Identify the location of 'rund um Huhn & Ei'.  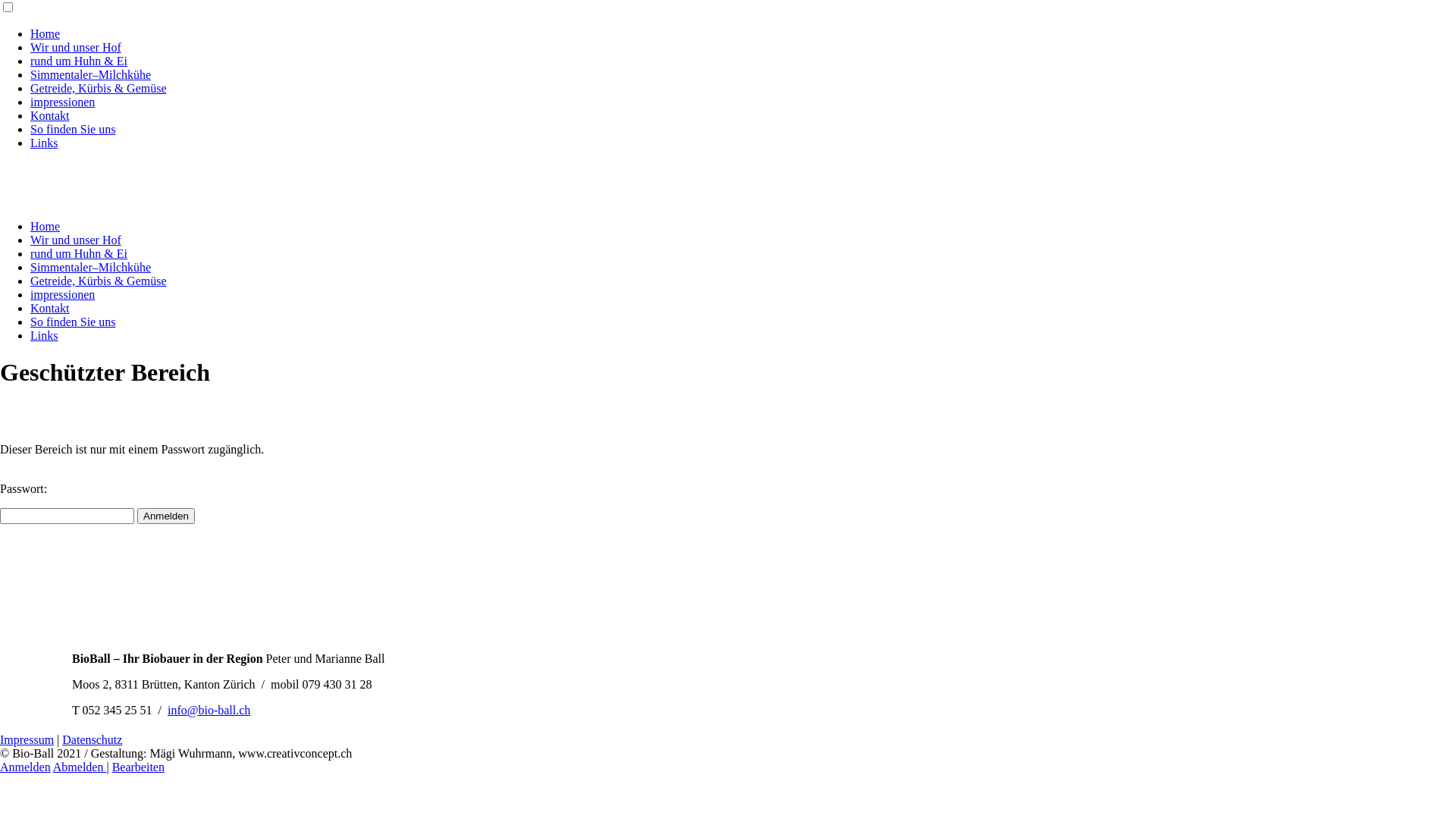
(78, 253).